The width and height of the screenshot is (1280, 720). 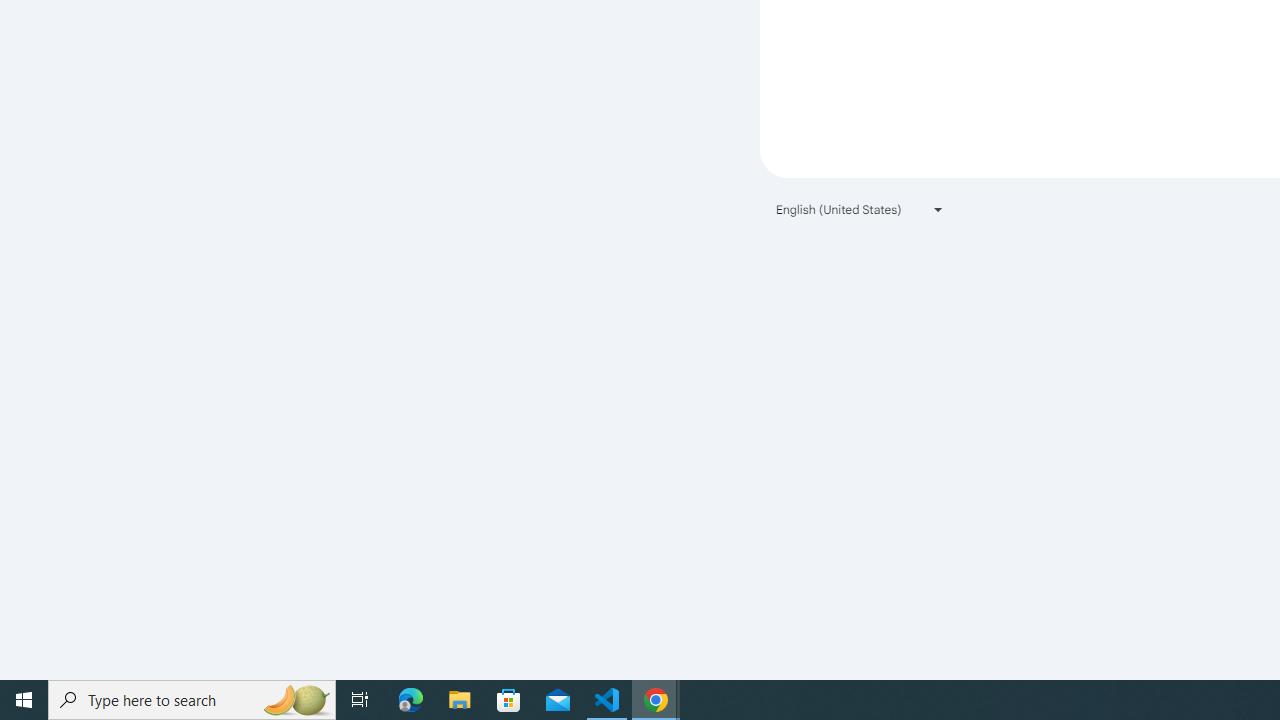 I want to click on 'English (United States)', so click(x=860, y=209).